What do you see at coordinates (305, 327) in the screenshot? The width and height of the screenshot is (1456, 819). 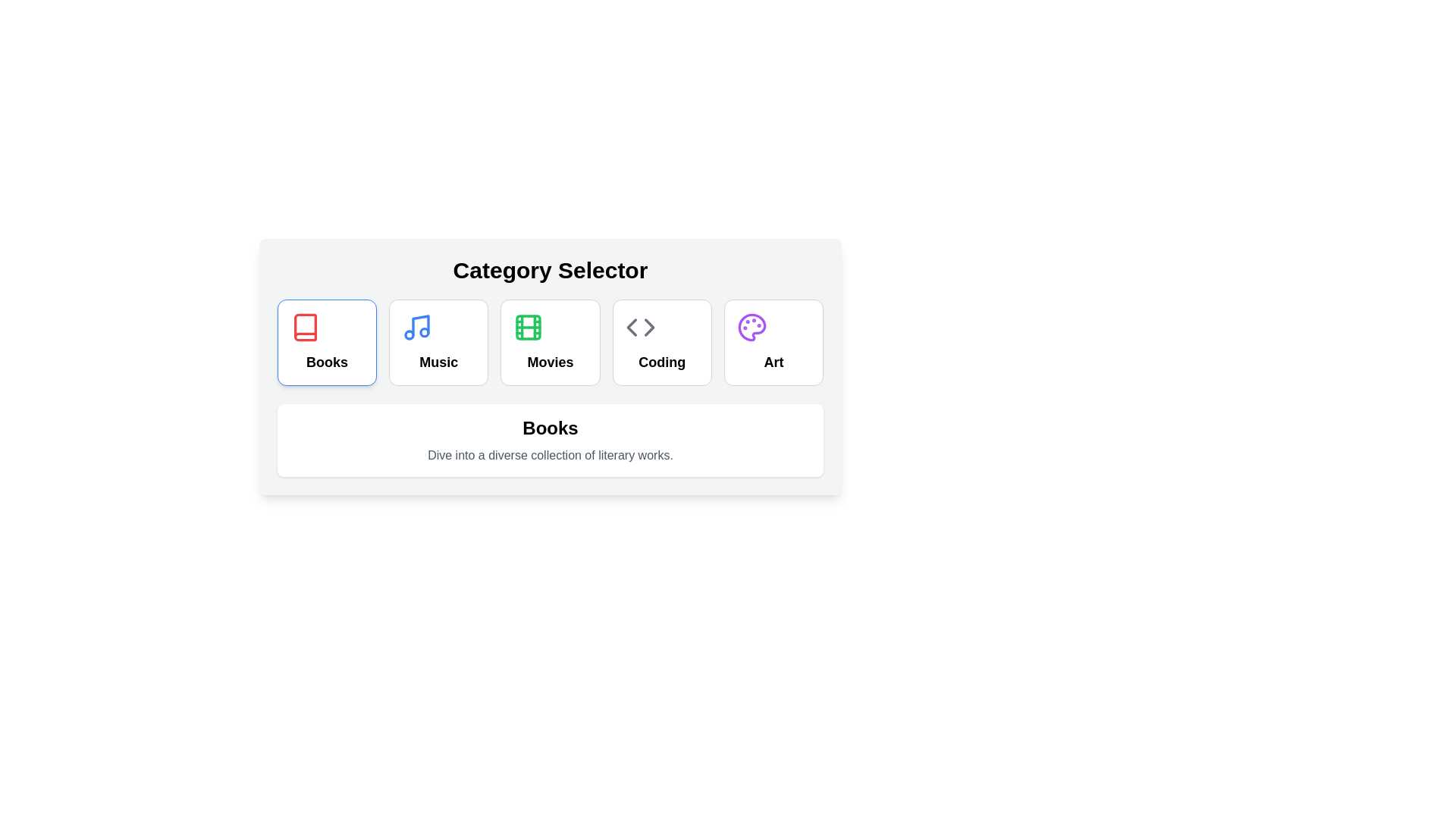 I see `the 'Books' category icon located at the far left of the category selector` at bounding box center [305, 327].